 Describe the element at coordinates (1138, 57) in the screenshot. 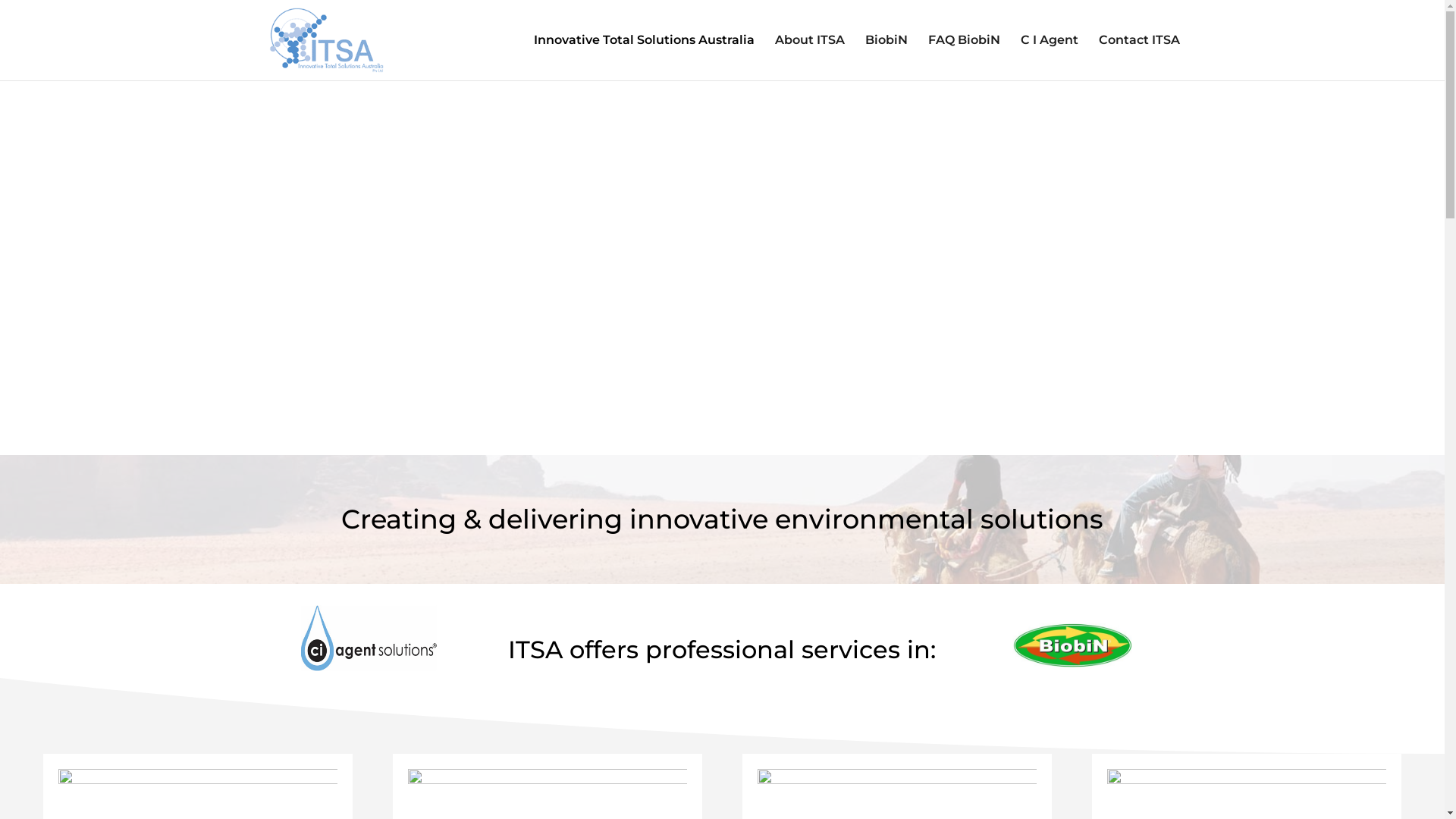

I see `'Contact ITSA'` at that location.